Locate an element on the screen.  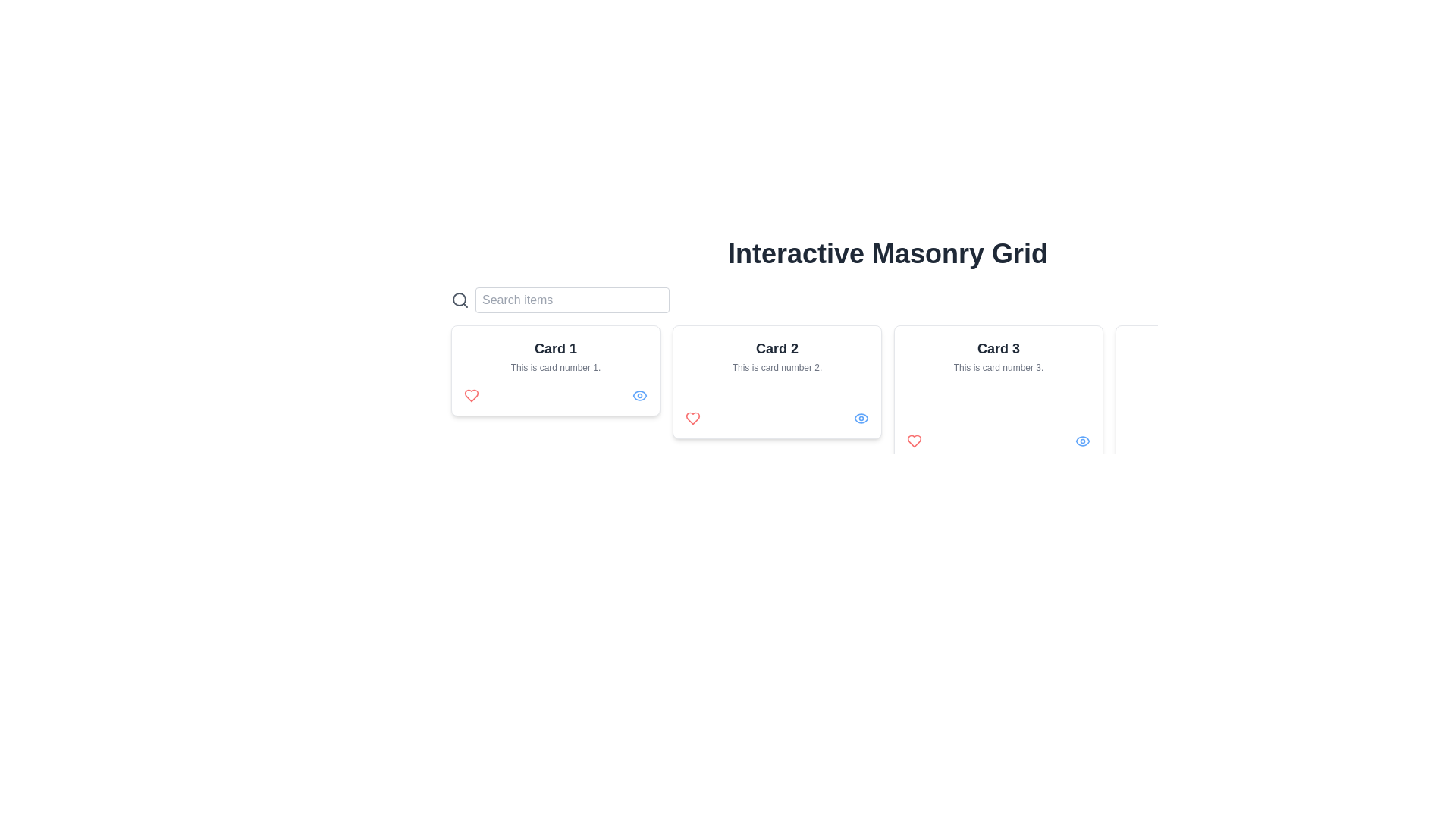
the button located in the bottom-right corner of 'Card 1', positioned to the right of the heart-shaped icon, to trigger a tooltip or hover effect is located at coordinates (640, 394).